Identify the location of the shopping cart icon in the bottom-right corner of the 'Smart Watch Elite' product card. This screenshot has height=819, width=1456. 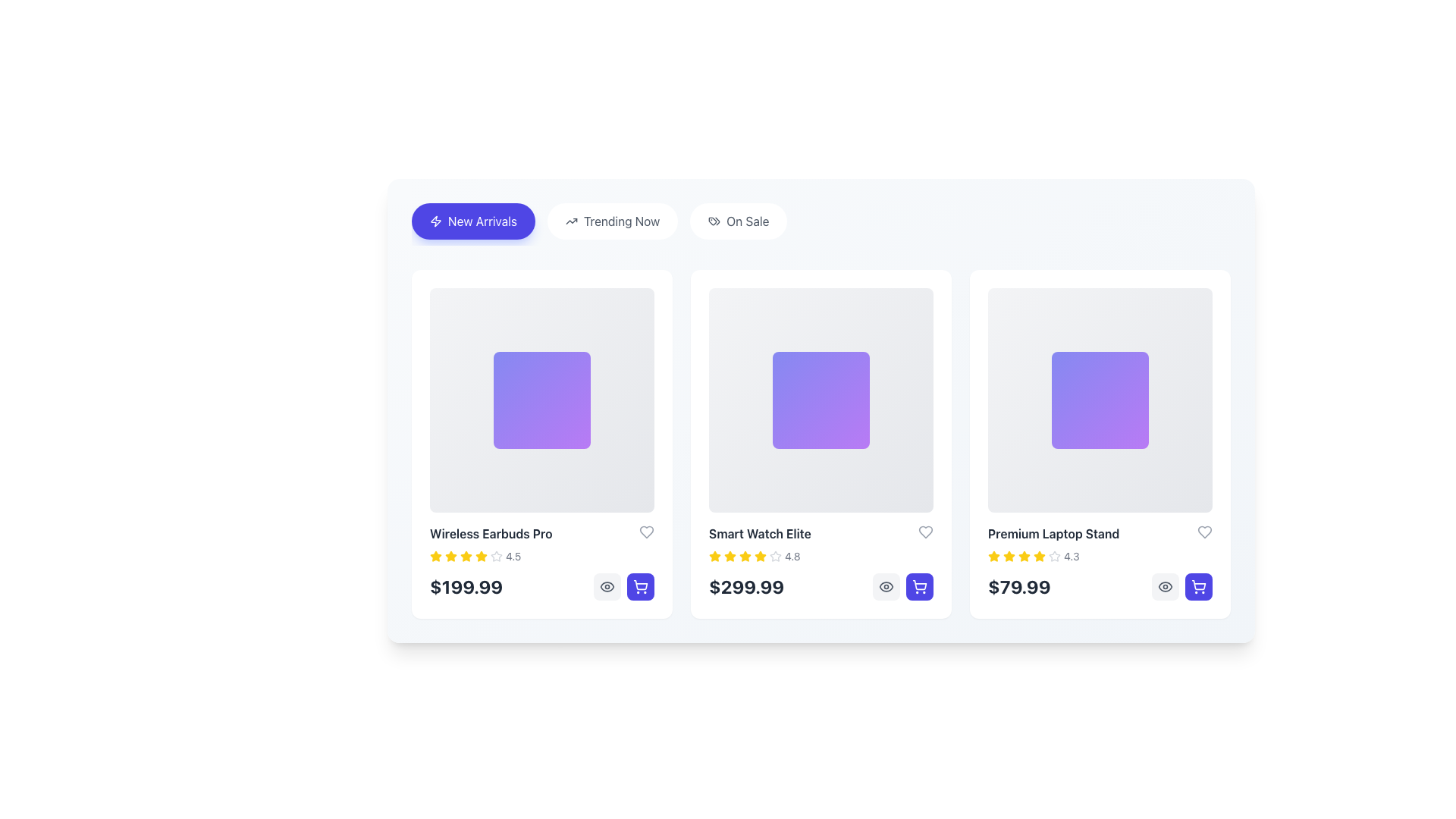
(902, 586).